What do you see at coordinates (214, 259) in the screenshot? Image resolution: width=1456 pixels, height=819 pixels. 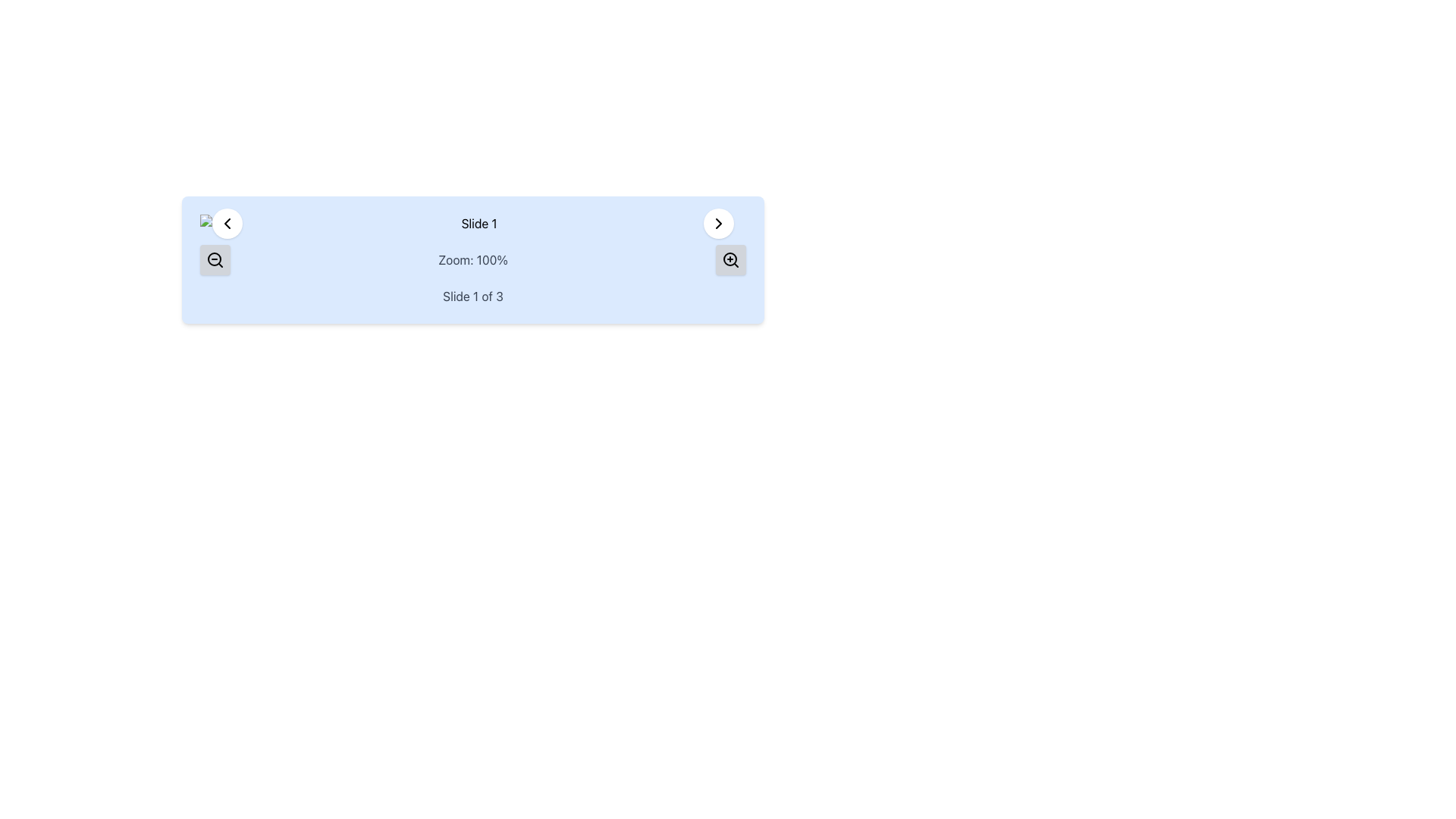 I see `the circular zoom-out button with a light gray background and magnifying glass icon located to the left of the text 'Zoom: 100%'` at bounding box center [214, 259].